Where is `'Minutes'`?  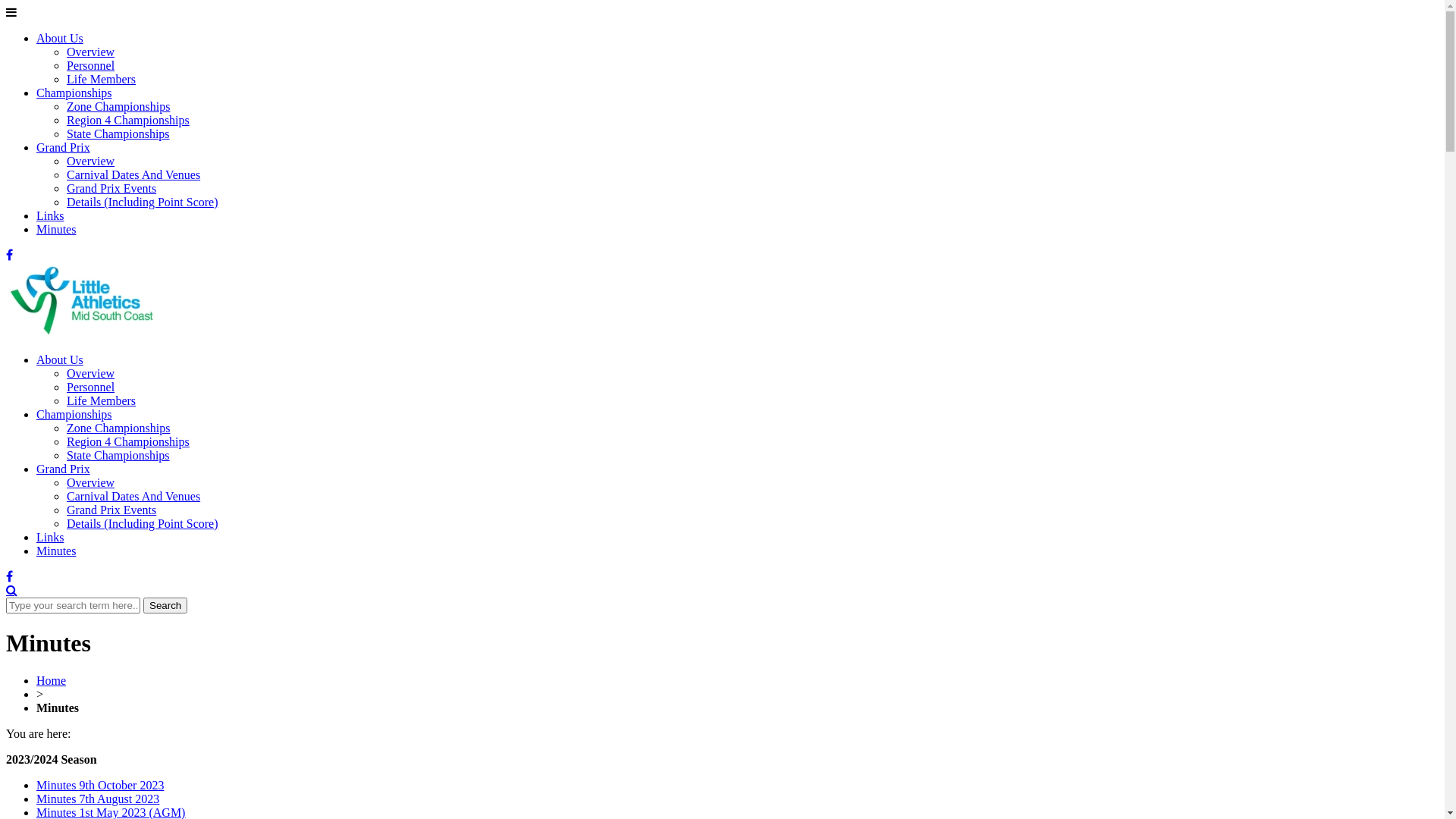 'Minutes' is located at coordinates (55, 551).